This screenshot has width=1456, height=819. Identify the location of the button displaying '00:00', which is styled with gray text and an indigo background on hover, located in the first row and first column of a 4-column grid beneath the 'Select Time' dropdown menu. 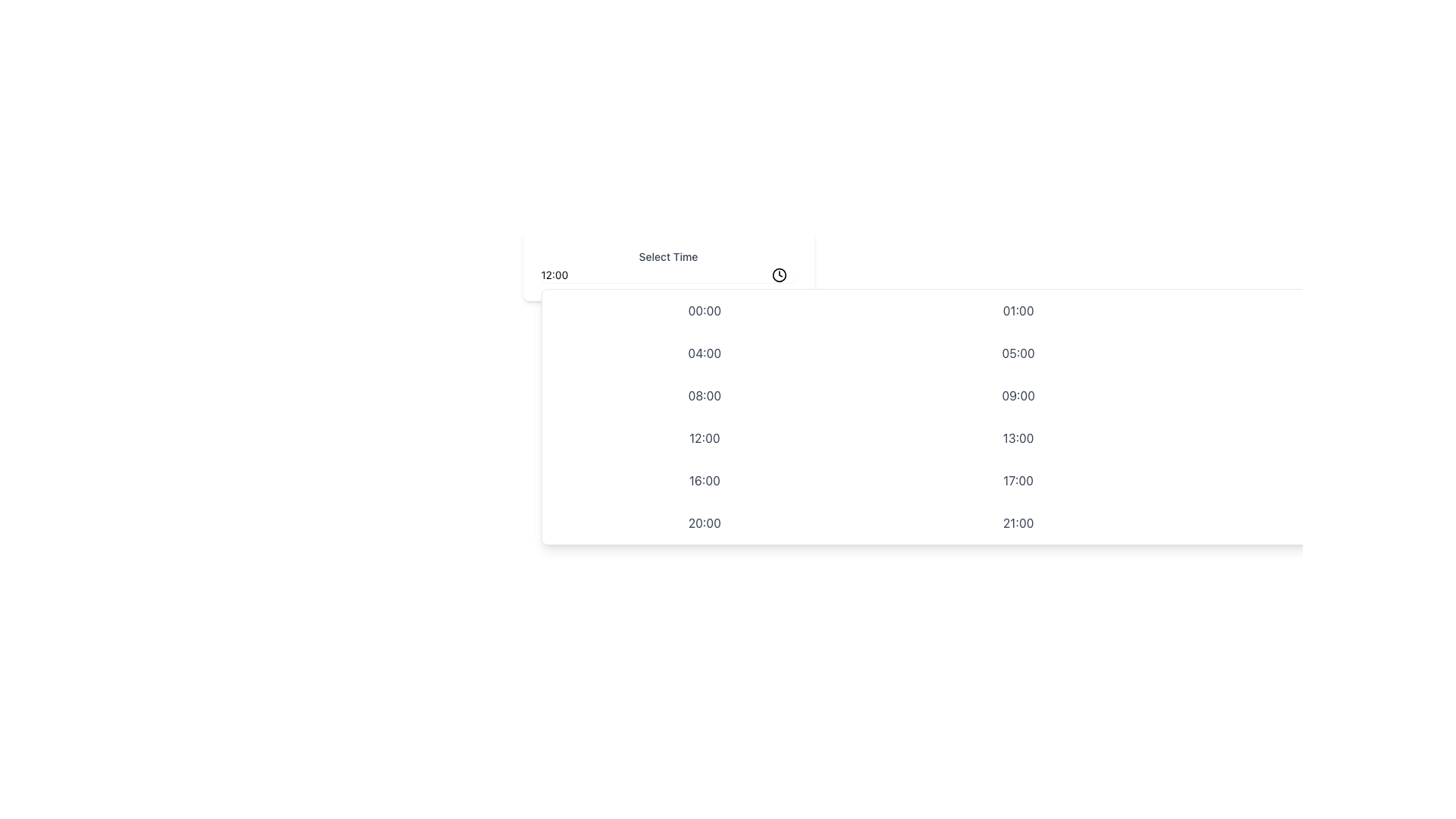
(704, 309).